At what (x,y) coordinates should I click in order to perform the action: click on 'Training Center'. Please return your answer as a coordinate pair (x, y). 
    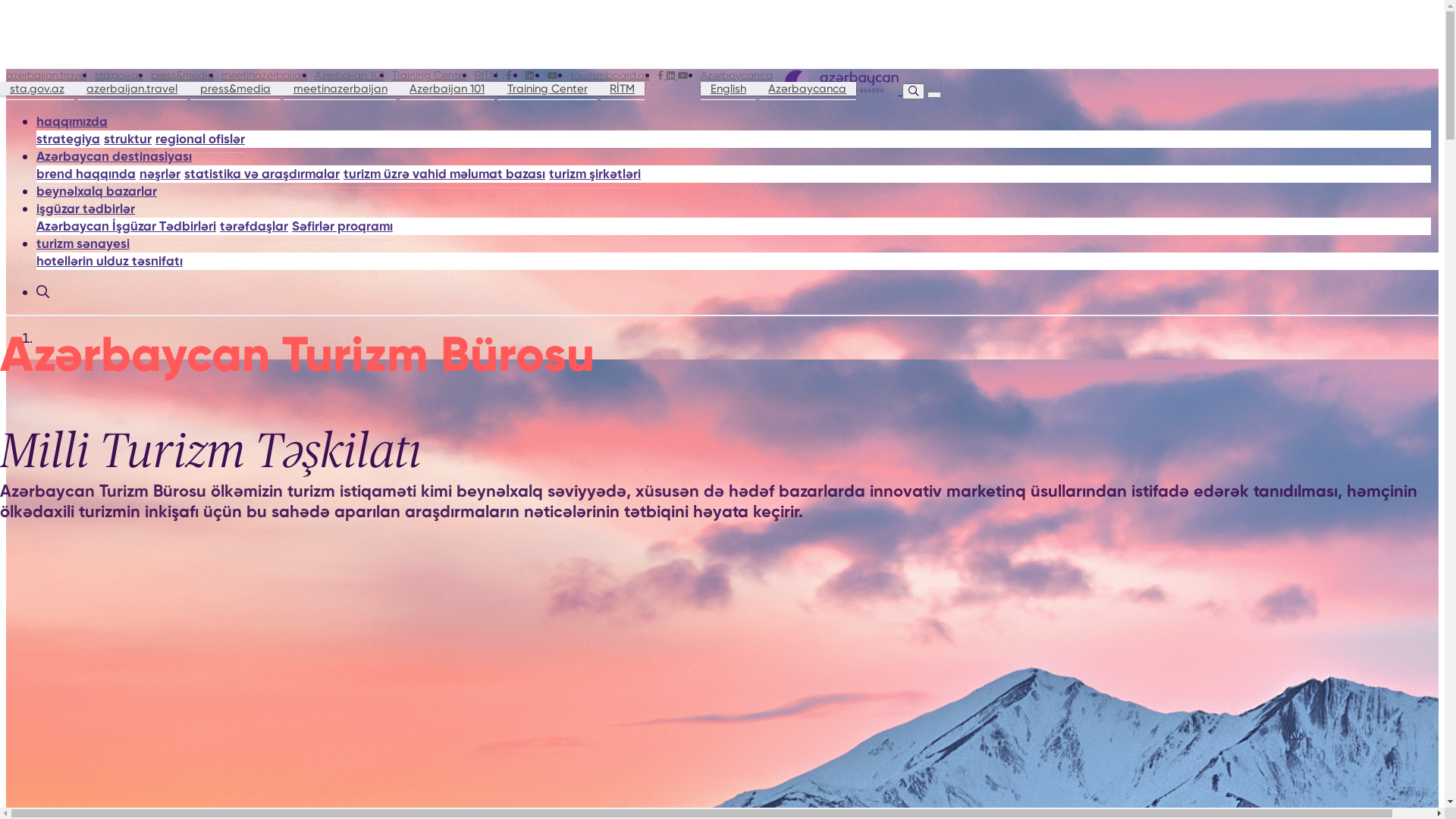
    Looking at the image, I should click on (546, 89).